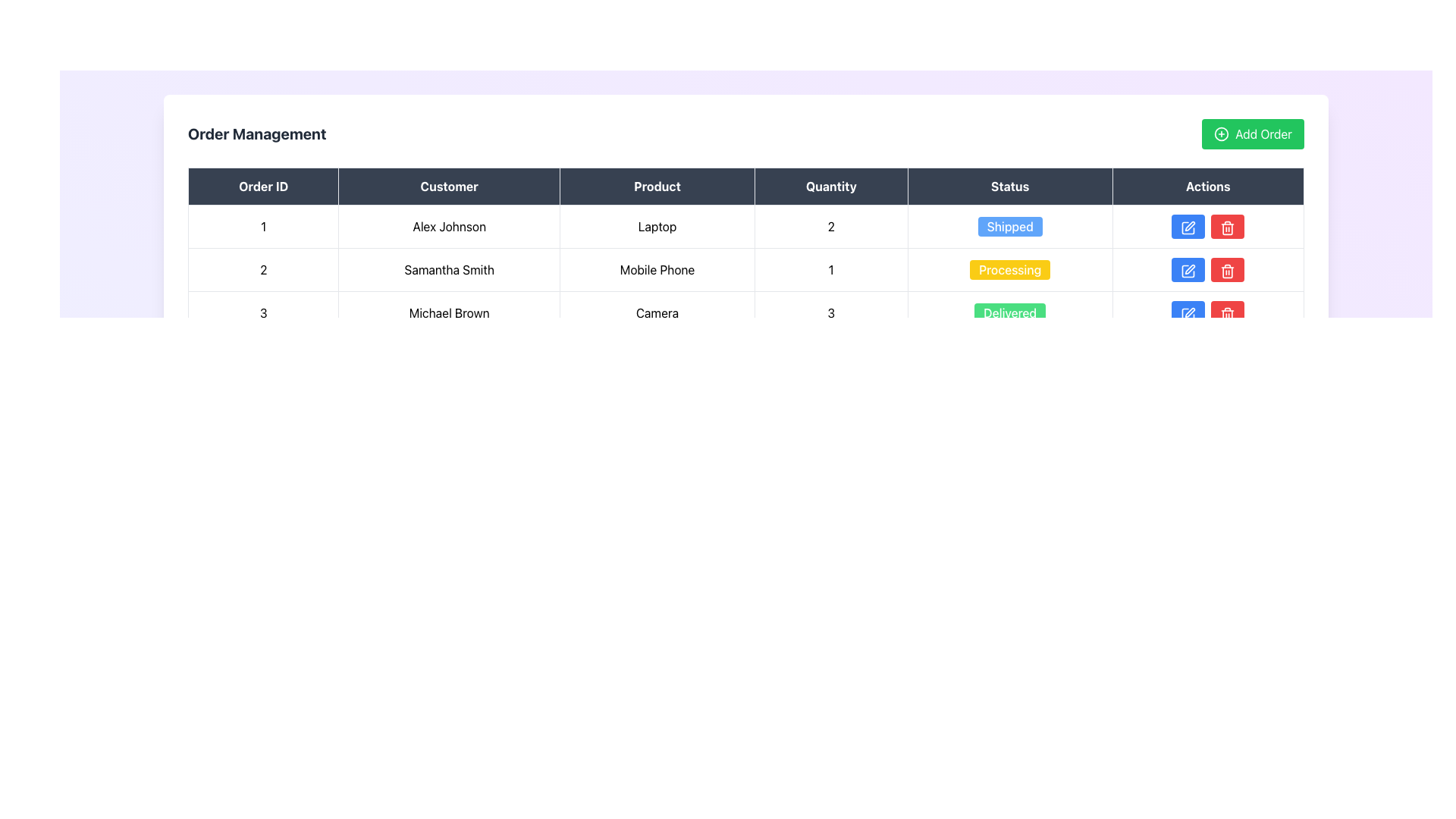 This screenshot has height=819, width=1456. I want to click on the editing control button located in the 'Actions' column of the second row in the table, so click(1188, 270).